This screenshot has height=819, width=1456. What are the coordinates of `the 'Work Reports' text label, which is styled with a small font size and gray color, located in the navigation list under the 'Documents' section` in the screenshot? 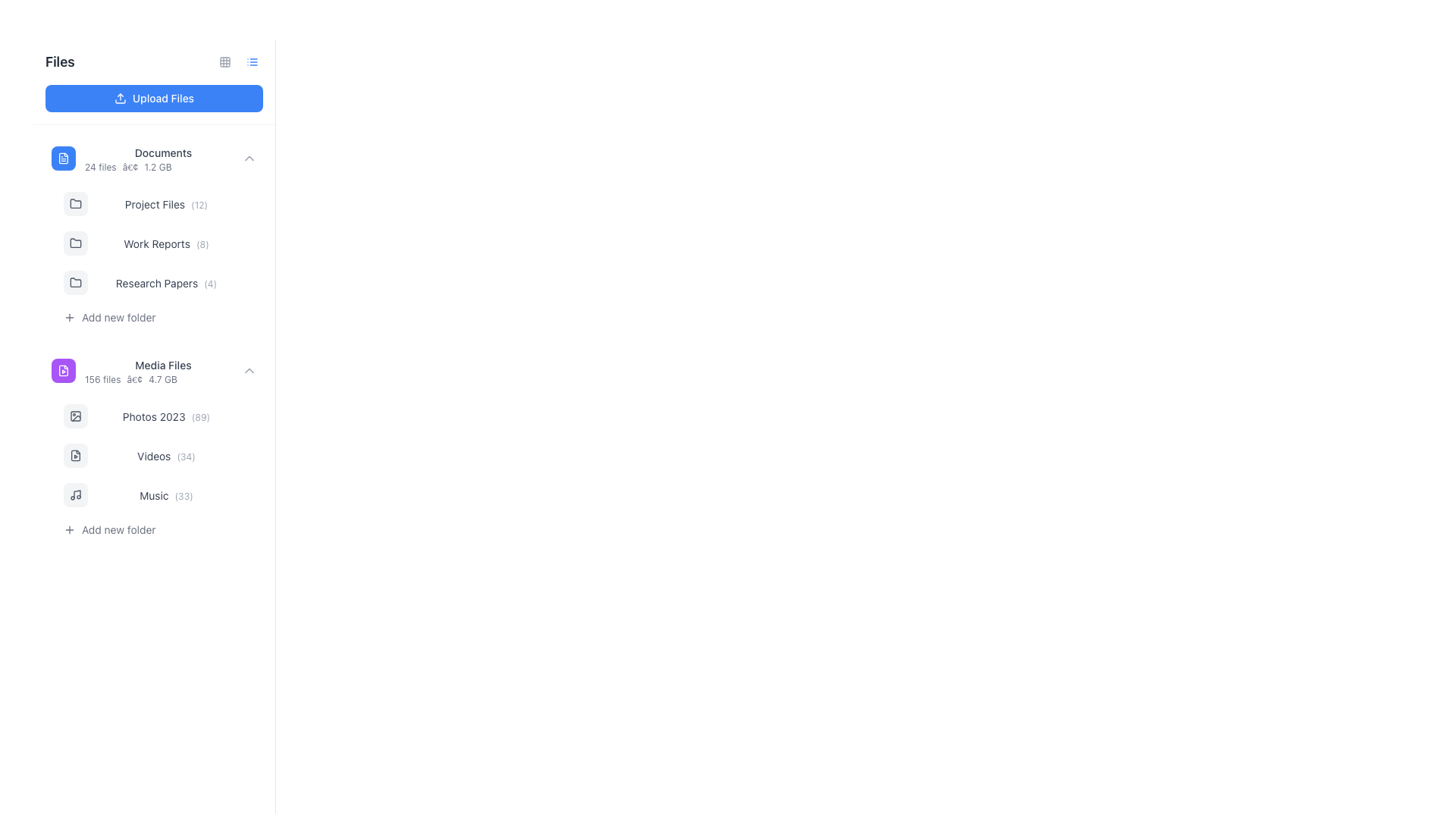 It's located at (156, 243).